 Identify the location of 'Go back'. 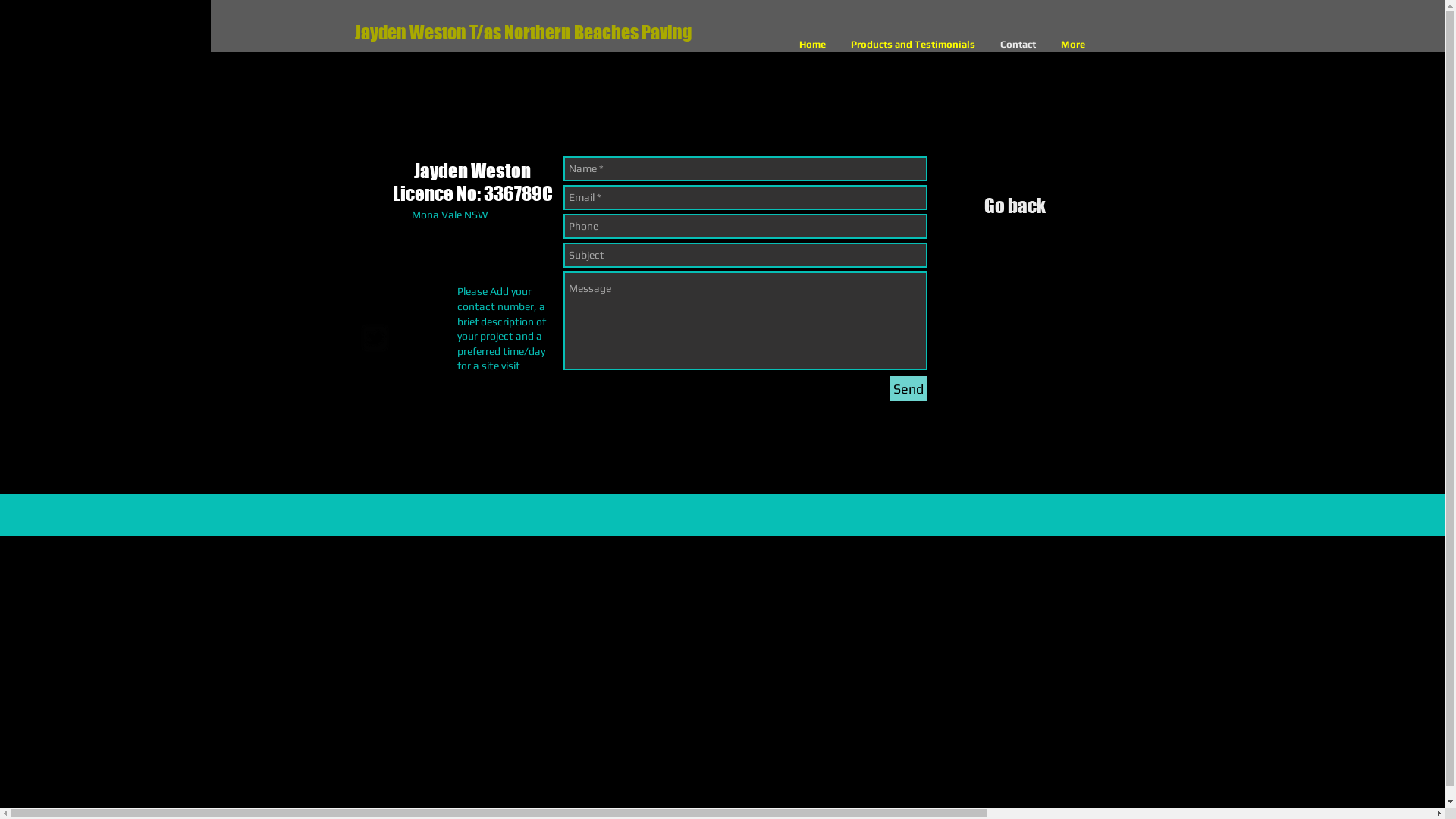
(1015, 210).